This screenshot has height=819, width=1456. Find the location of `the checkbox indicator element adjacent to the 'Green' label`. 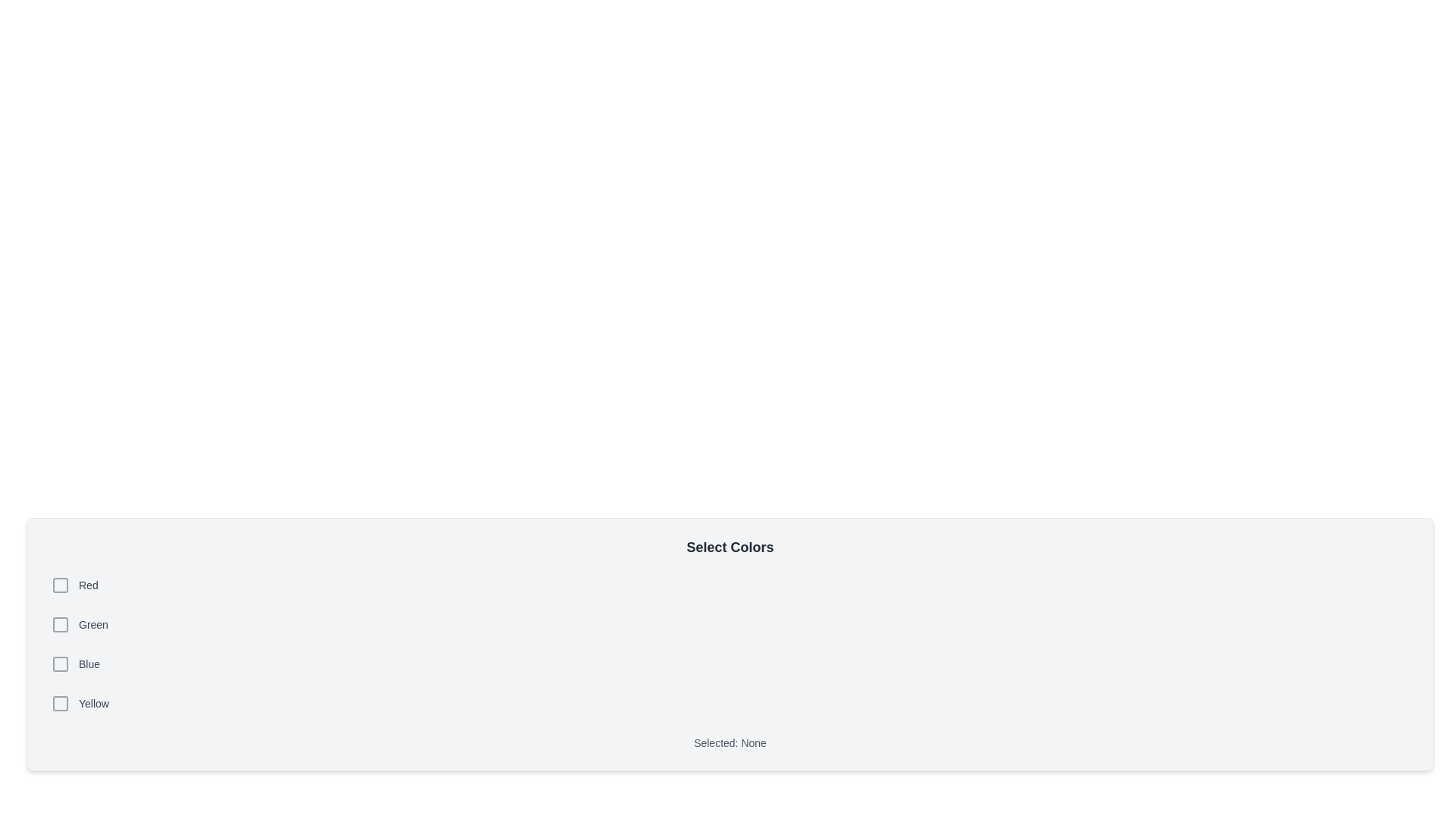

the checkbox indicator element adjacent to the 'Green' label is located at coordinates (61, 625).